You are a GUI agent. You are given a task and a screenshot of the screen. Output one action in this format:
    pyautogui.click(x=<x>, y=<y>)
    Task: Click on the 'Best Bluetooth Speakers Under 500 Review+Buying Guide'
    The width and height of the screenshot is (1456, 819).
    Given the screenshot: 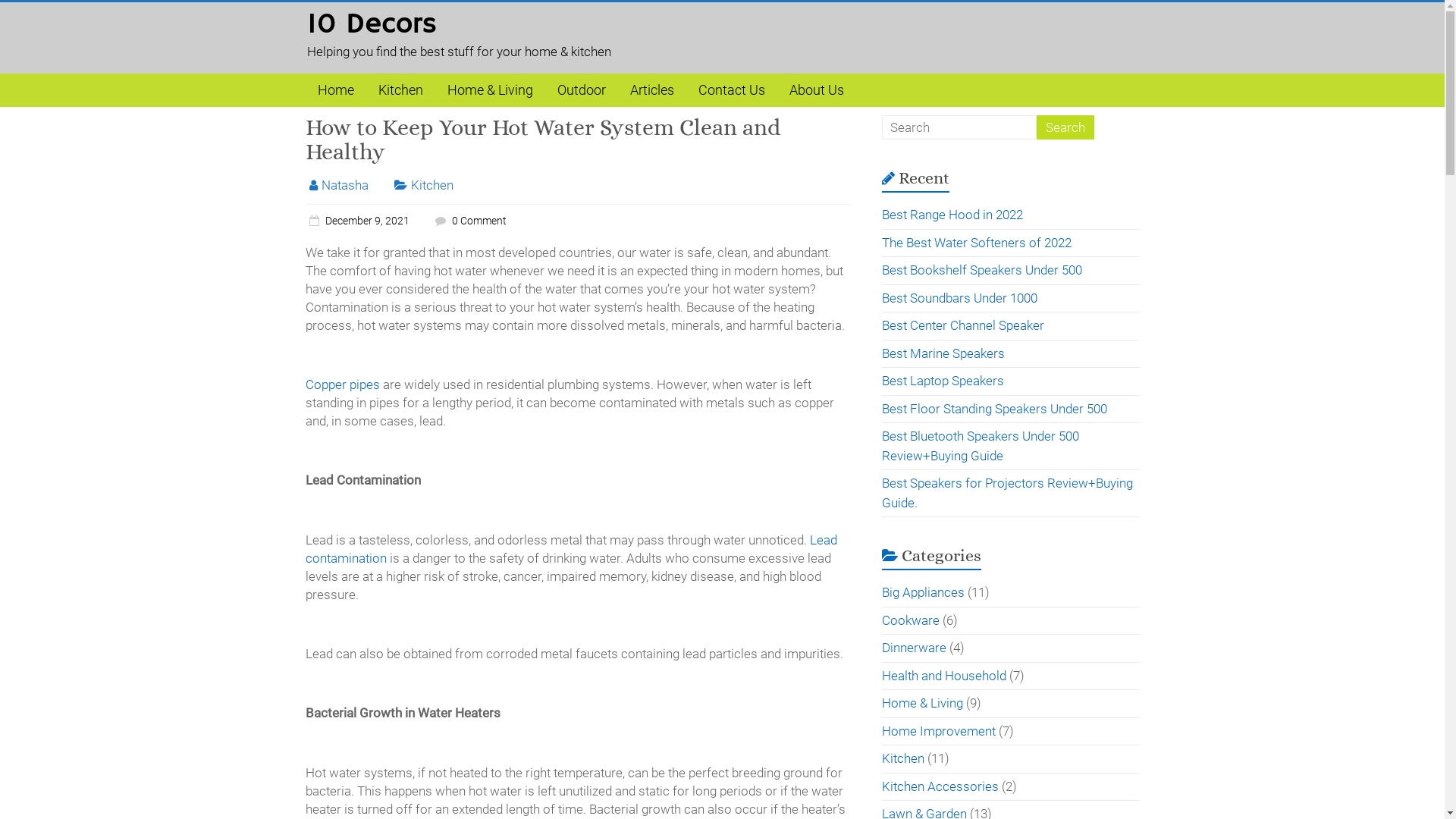 What is the action you would take?
    pyautogui.click(x=881, y=444)
    